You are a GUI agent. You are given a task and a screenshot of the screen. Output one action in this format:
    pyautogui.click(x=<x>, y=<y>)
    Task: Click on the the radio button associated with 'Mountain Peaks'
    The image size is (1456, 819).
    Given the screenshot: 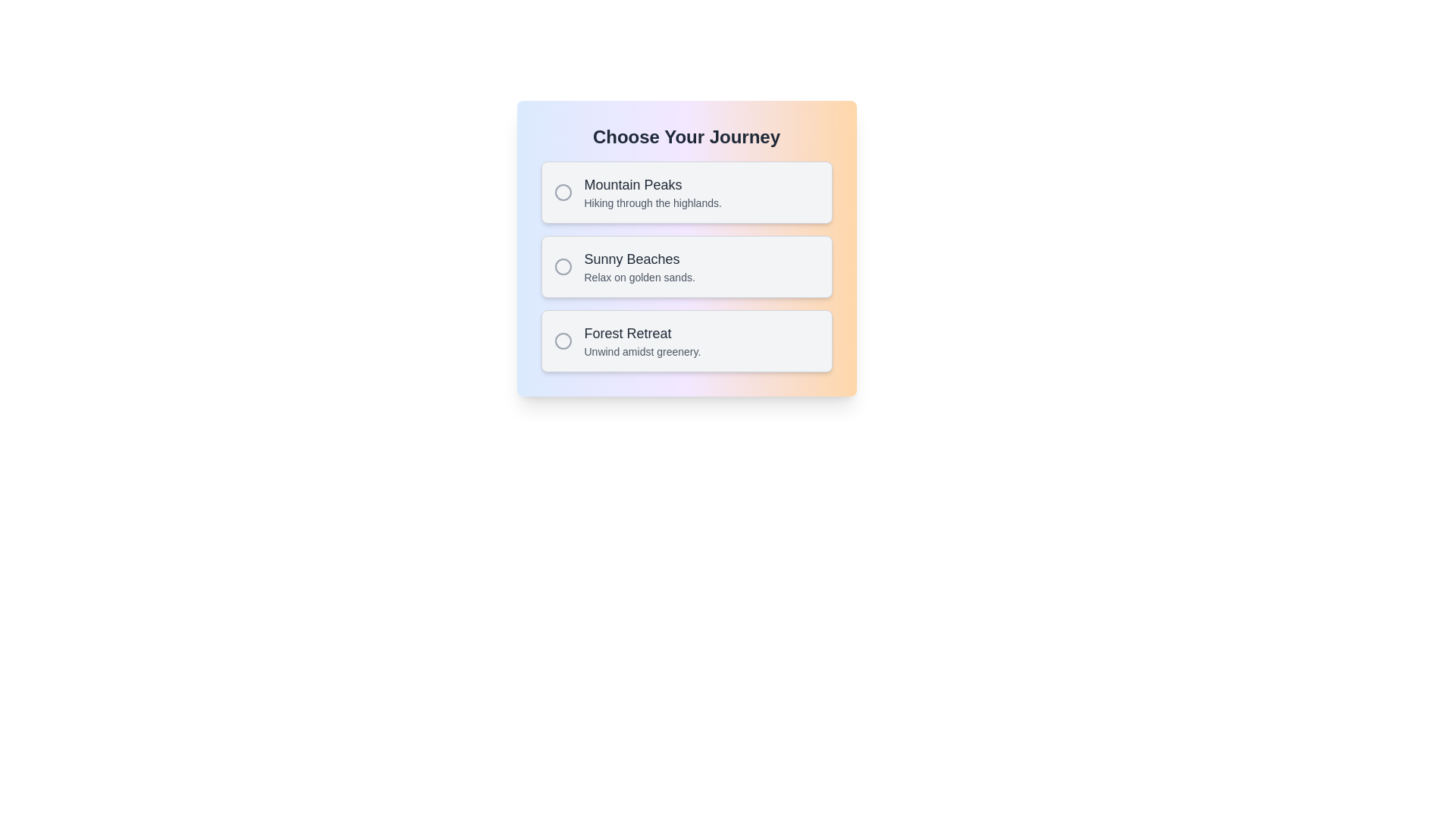 What is the action you would take?
    pyautogui.click(x=562, y=192)
    